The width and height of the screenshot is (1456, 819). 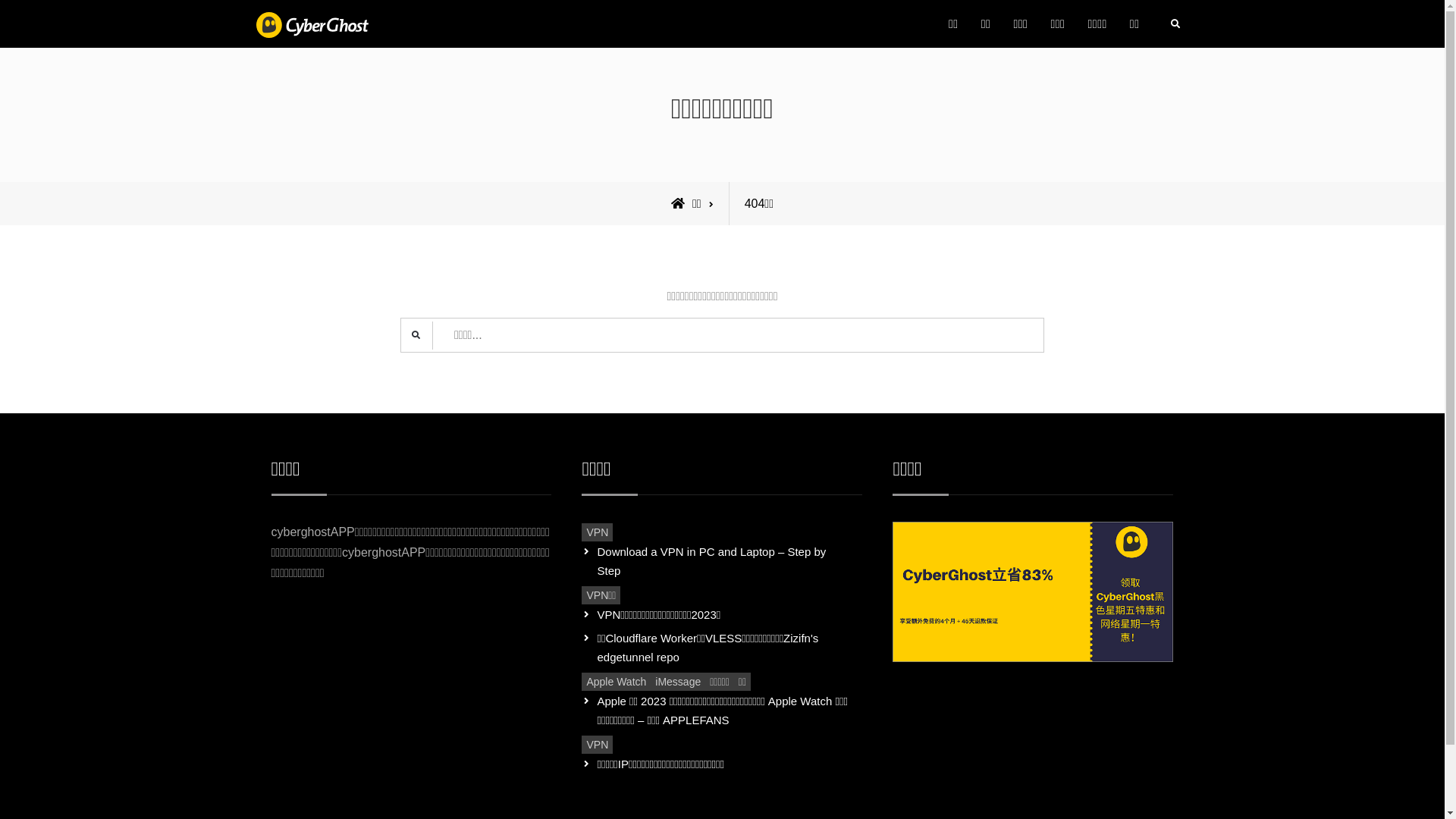 What do you see at coordinates (581, 680) in the screenshot?
I see `'Apple Watch'` at bounding box center [581, 680].